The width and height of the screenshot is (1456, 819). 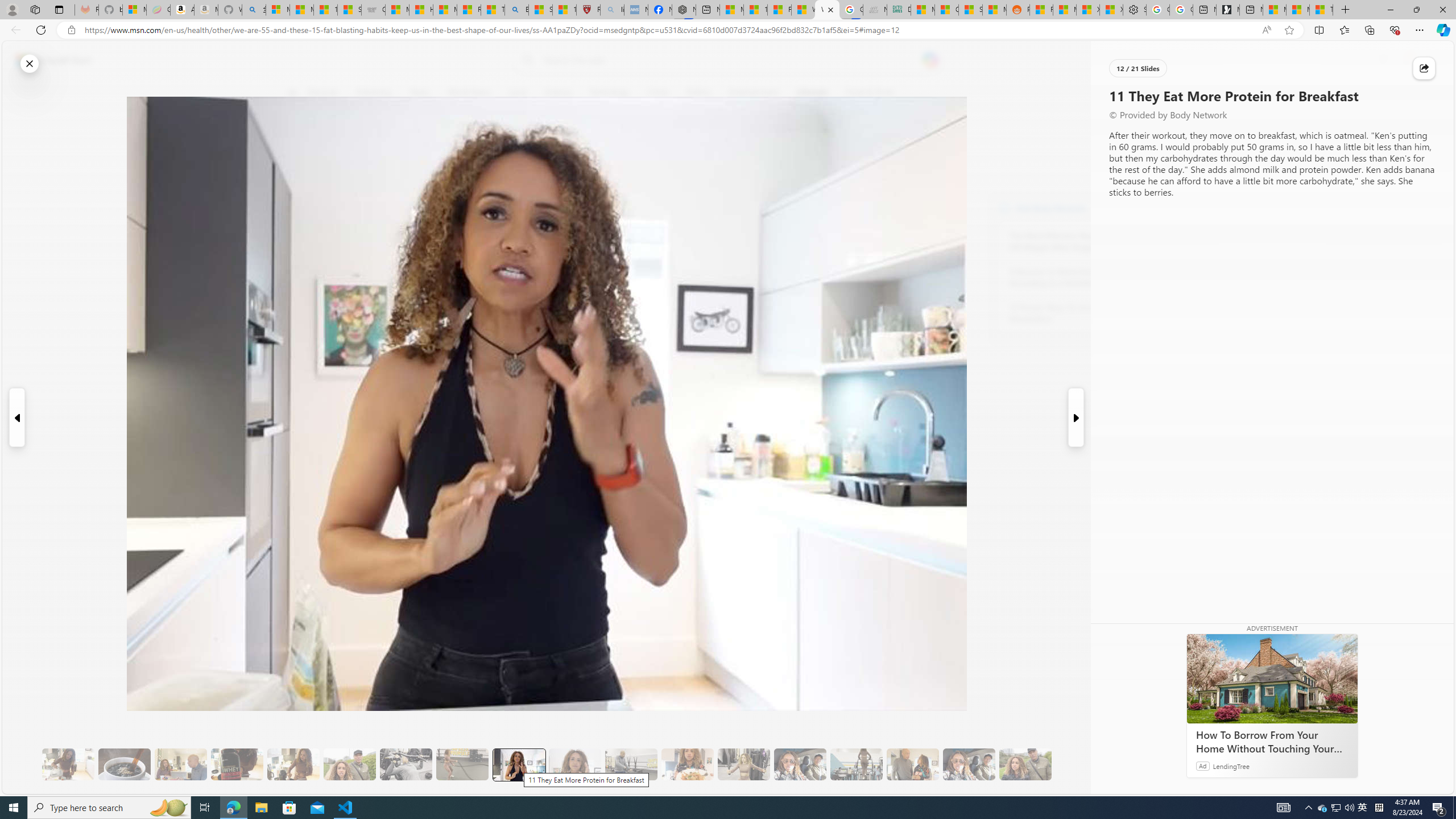 I want to click on '14 They Have Salmon and Veggies for Dinner', so click(x=686, y=764).